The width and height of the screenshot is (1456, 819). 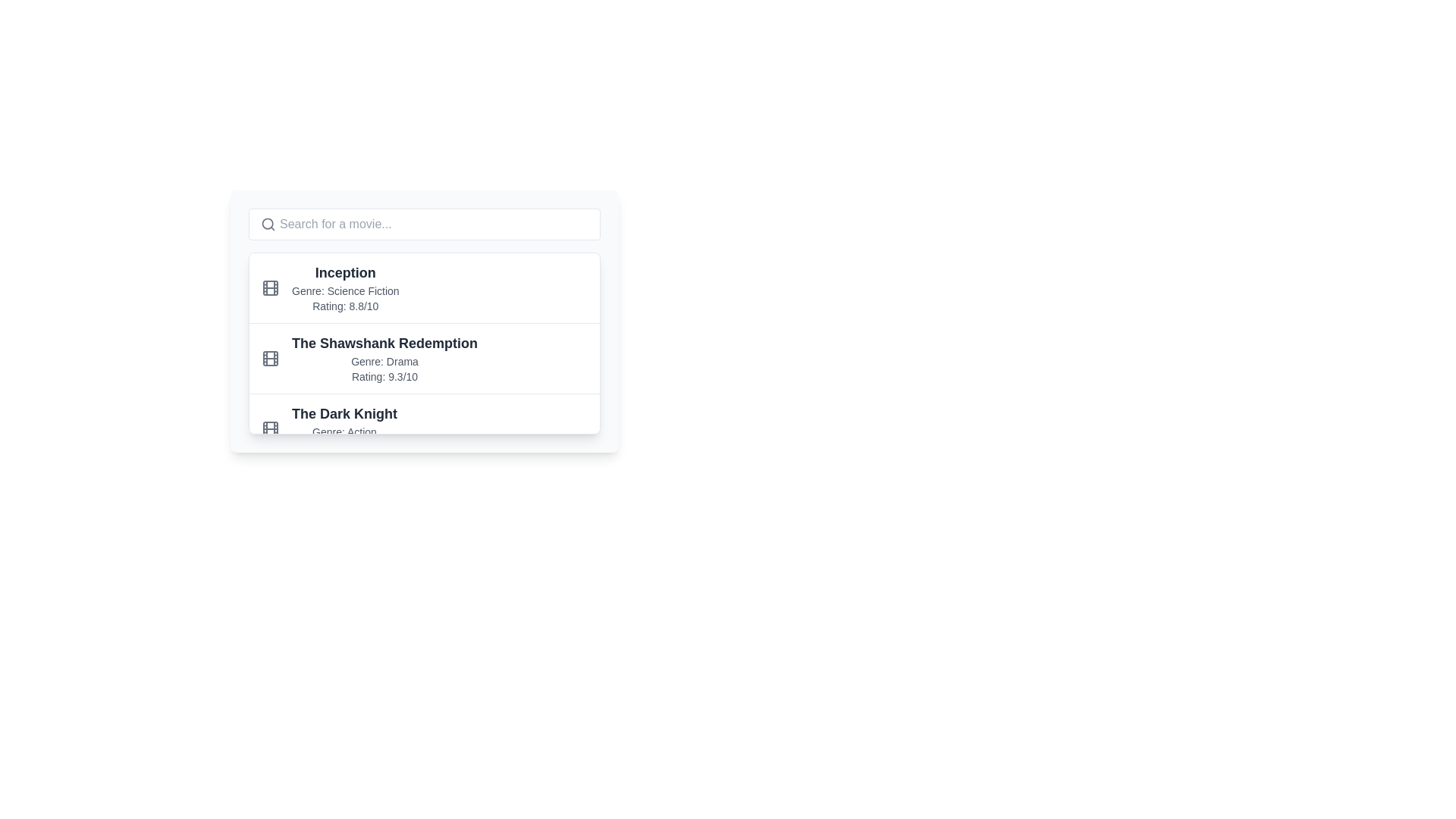 I want to click on the first list item entry representing the movie 'Inception' in the dropdown menu, so click(x=425, y=288).